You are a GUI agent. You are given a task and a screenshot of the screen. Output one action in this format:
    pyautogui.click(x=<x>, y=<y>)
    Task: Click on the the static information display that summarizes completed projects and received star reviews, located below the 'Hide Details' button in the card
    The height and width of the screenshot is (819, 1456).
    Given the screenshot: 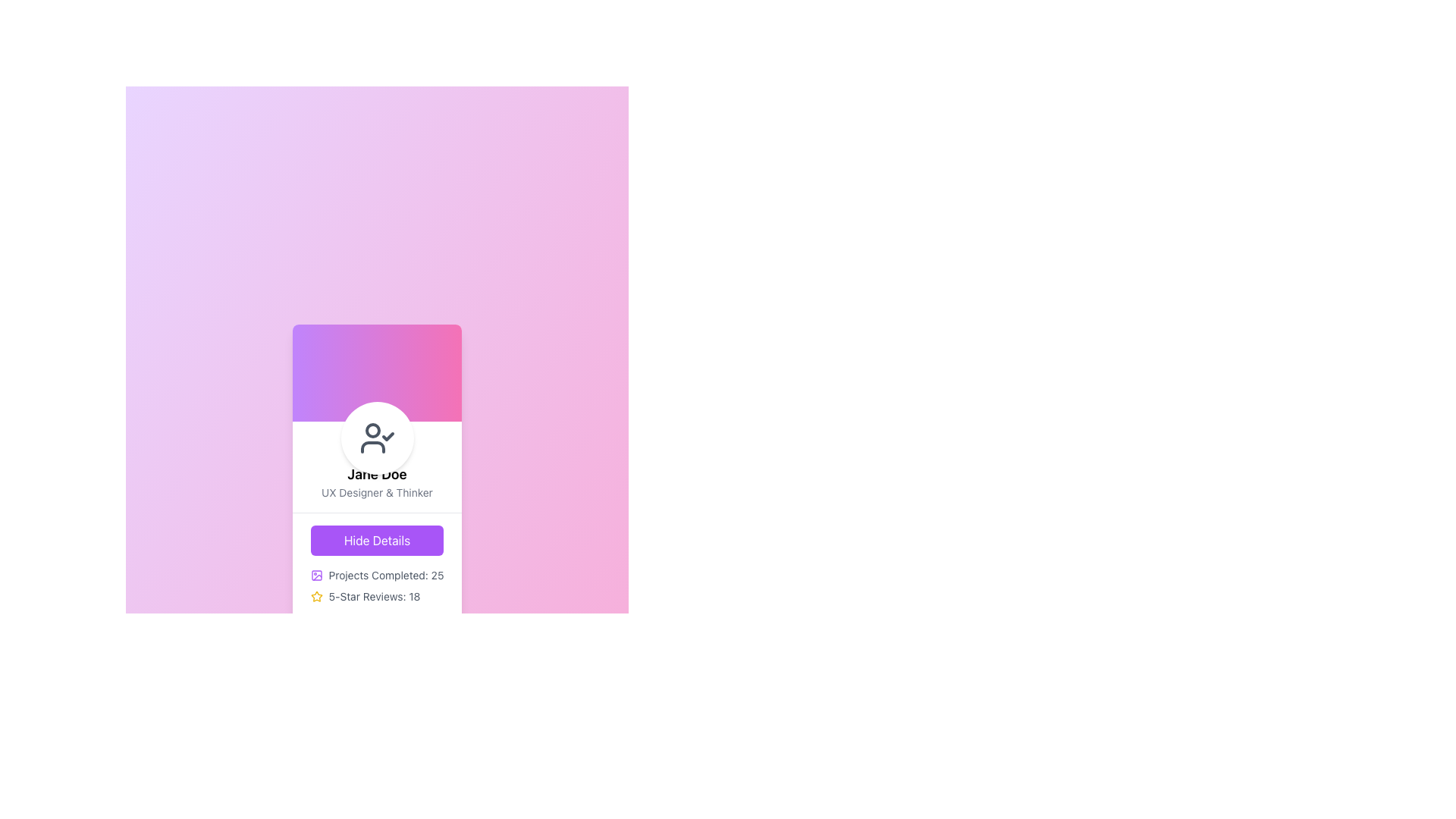 What is the action you would take?
    pyautogui.click(x=377, y=585)
    